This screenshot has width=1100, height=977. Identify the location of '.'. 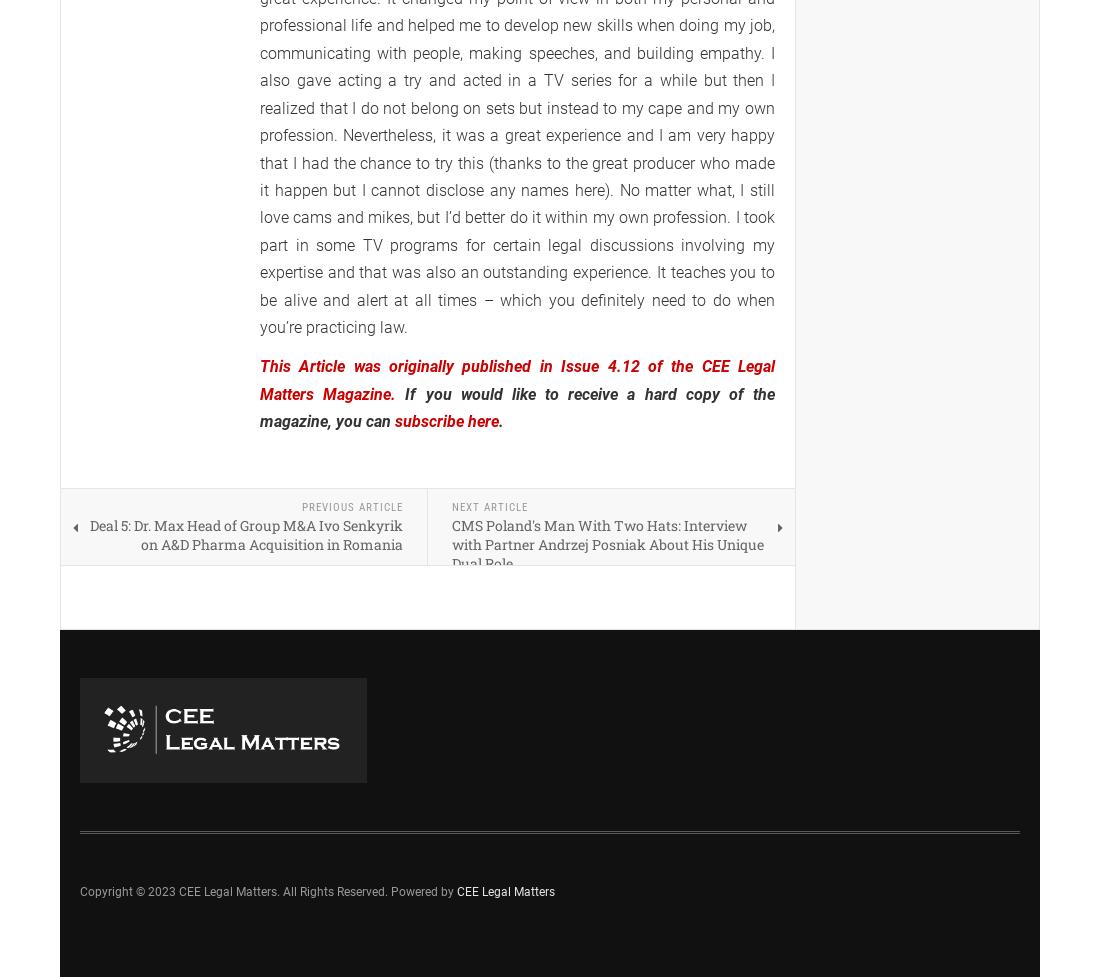
(501, 421).